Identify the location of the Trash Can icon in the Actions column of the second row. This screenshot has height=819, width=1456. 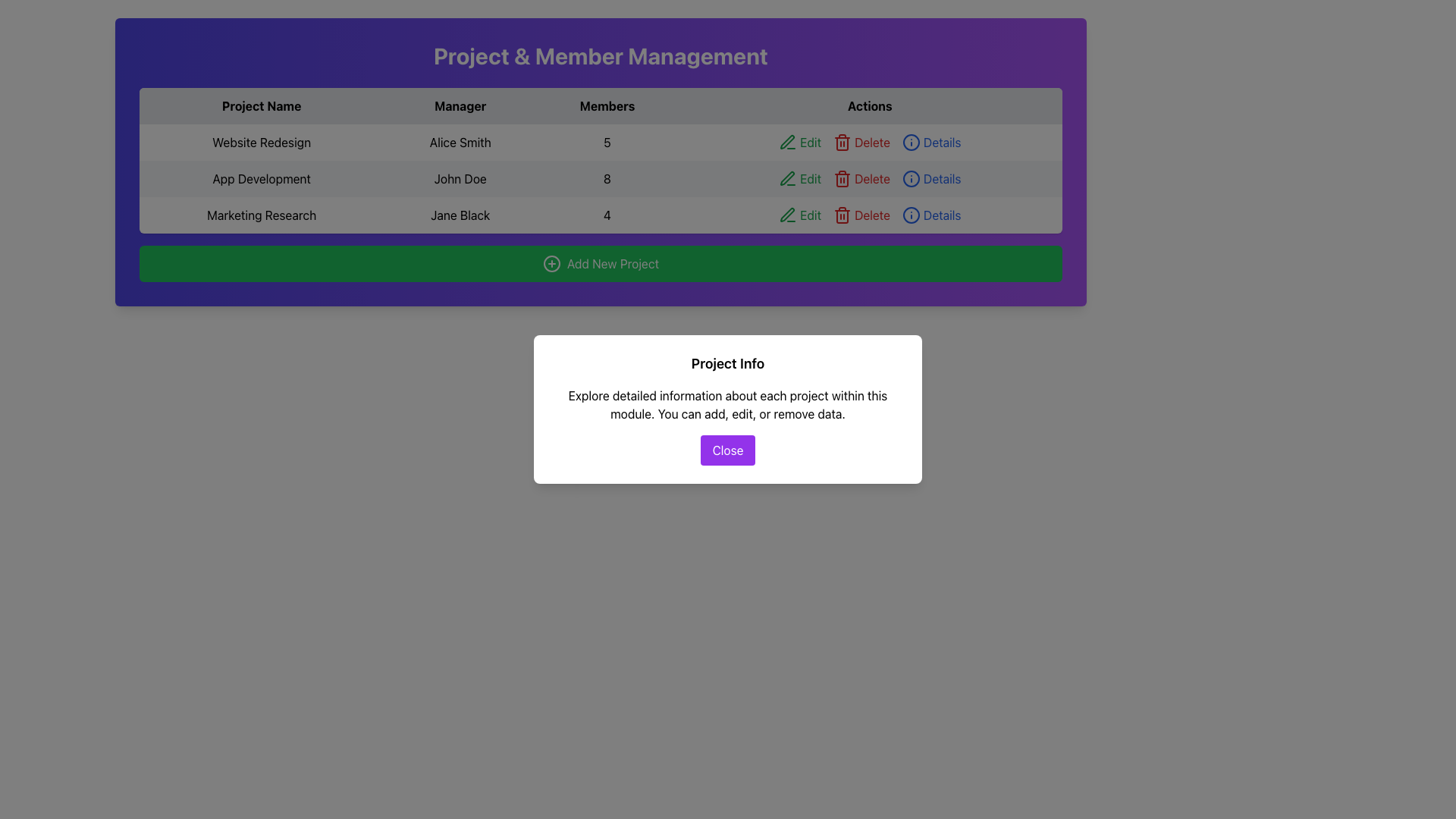
(842, 177).